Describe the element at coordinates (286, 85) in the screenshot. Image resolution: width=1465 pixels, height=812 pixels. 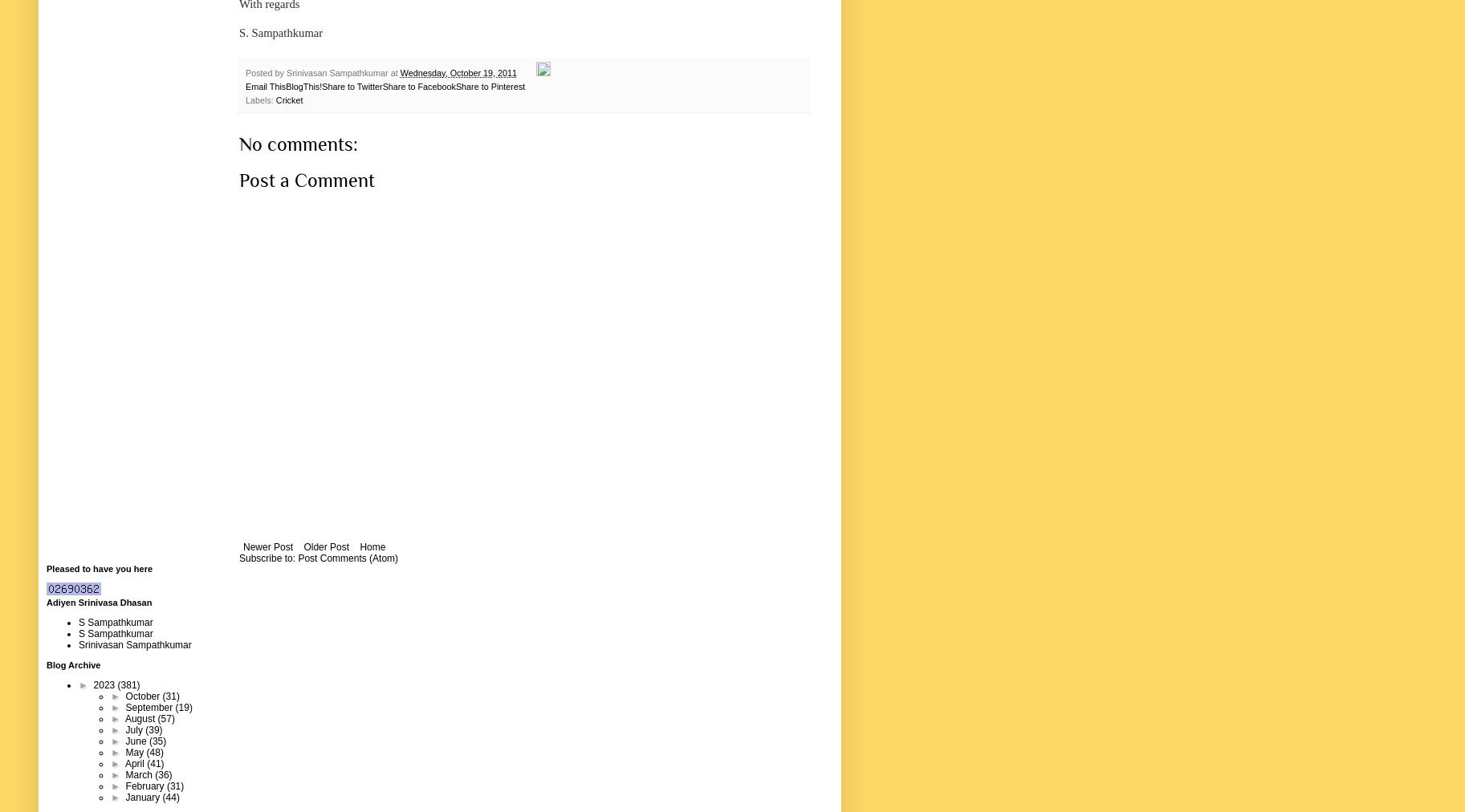
I see `'BlogThis!'` at that location.